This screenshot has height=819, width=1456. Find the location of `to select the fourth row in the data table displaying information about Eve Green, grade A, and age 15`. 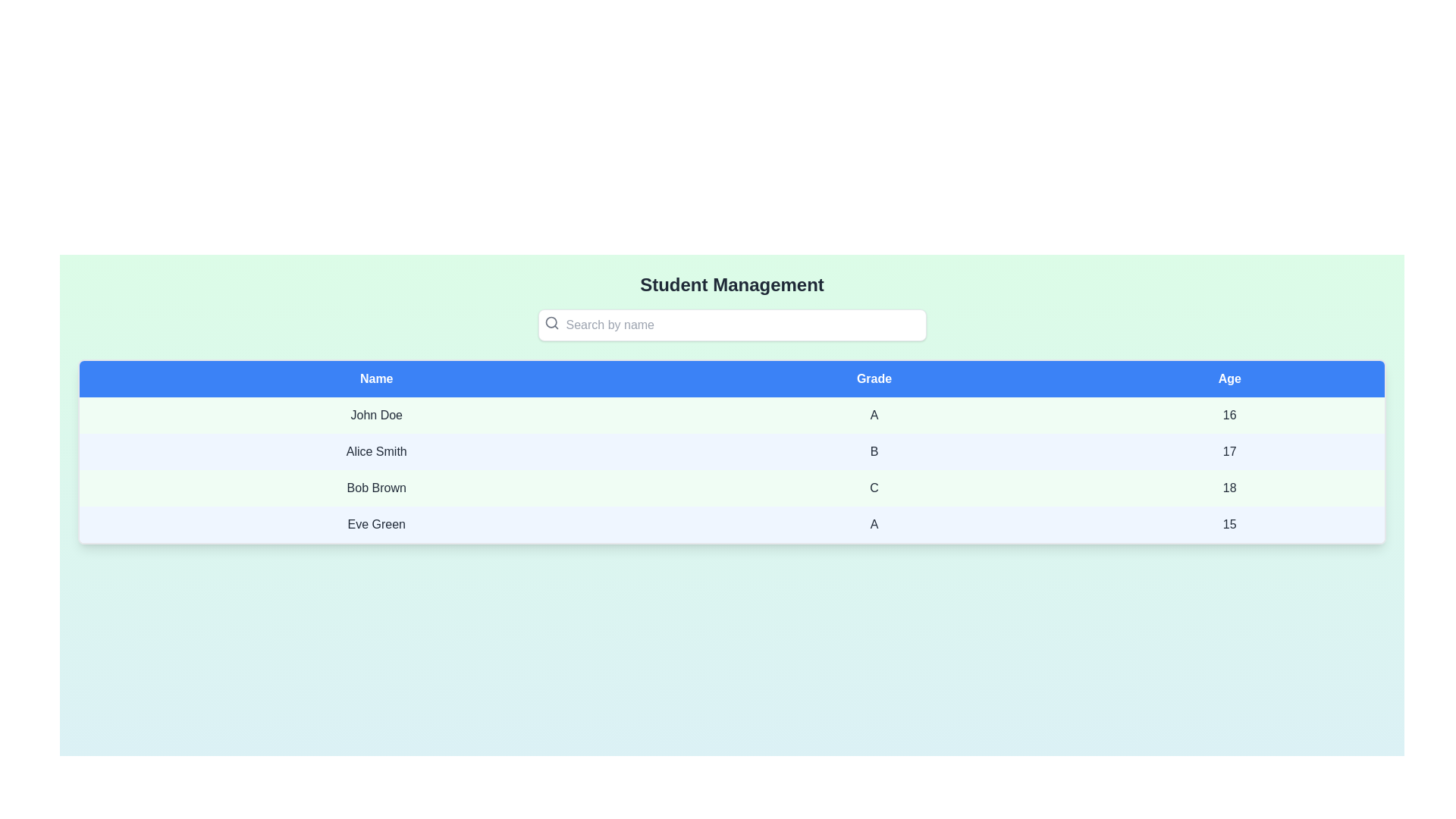

to select the fourth row in the data table displaying information about Eve Green, grade A, and age 15 is located at coordinates (732, 523).